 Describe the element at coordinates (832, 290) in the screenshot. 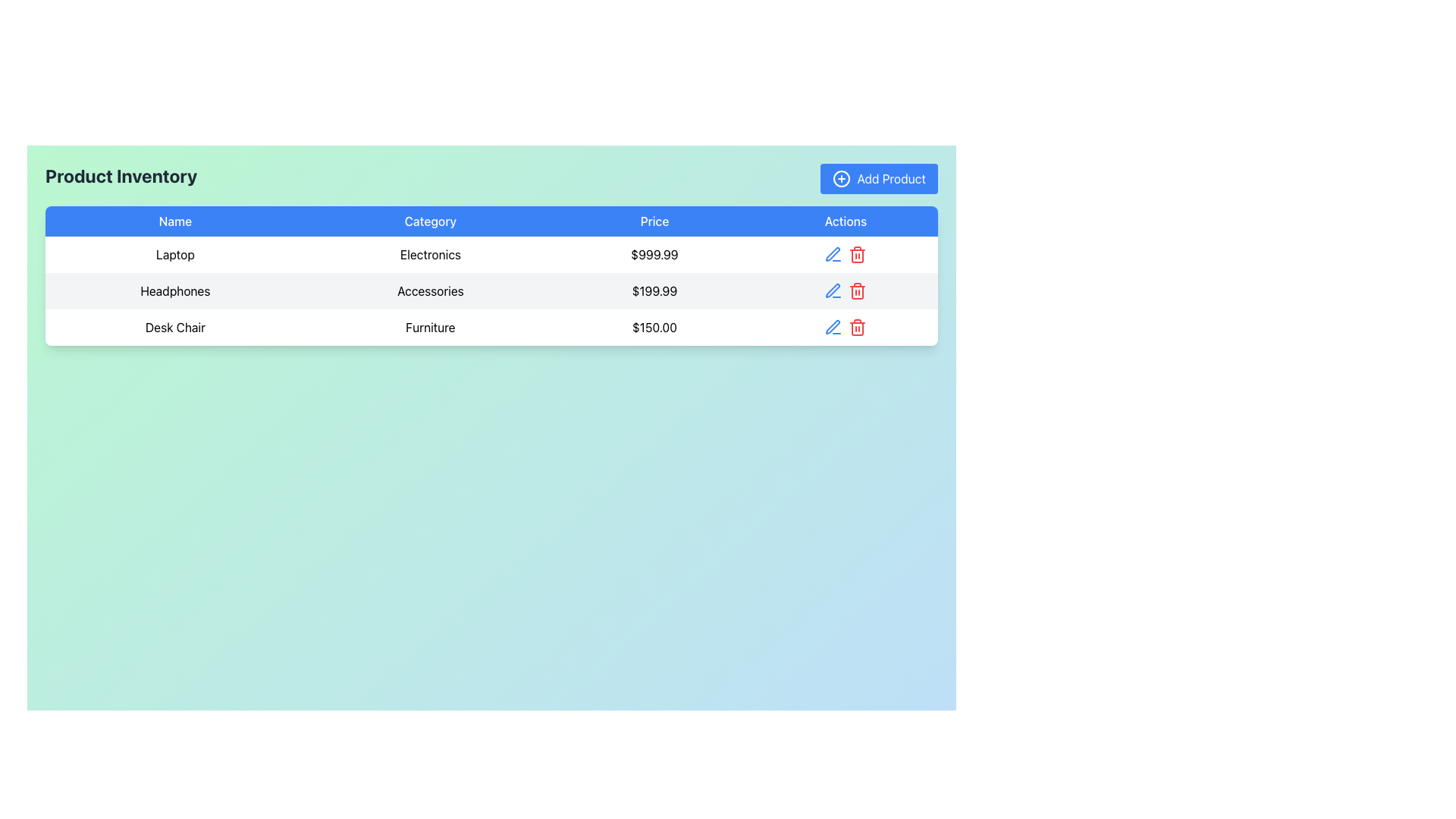

I see `the stylized pen icon located in the Actions column of the second row in the table` at that location.